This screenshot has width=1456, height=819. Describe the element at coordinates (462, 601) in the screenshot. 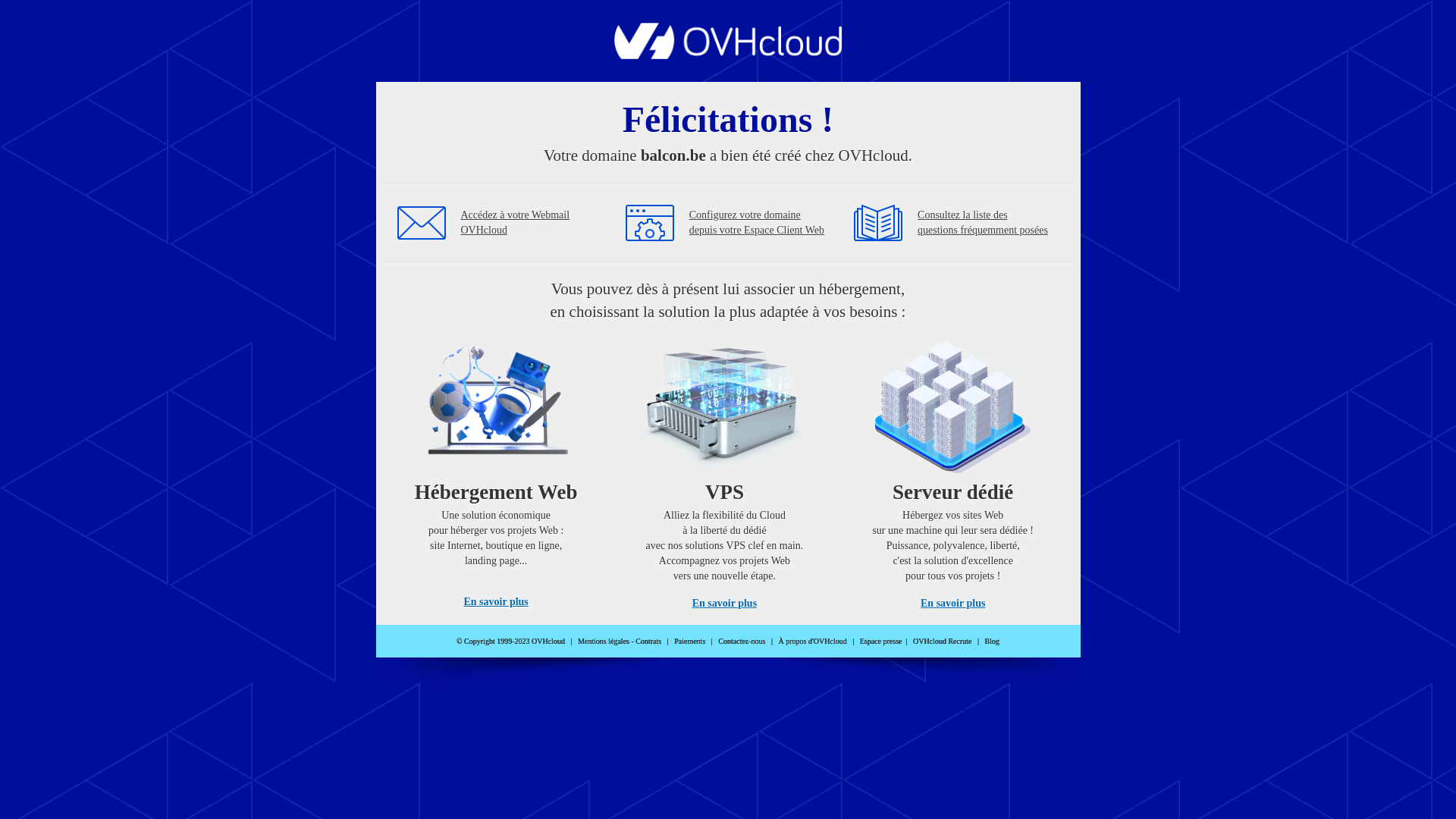

I see `'En savoir plus'` at that location.